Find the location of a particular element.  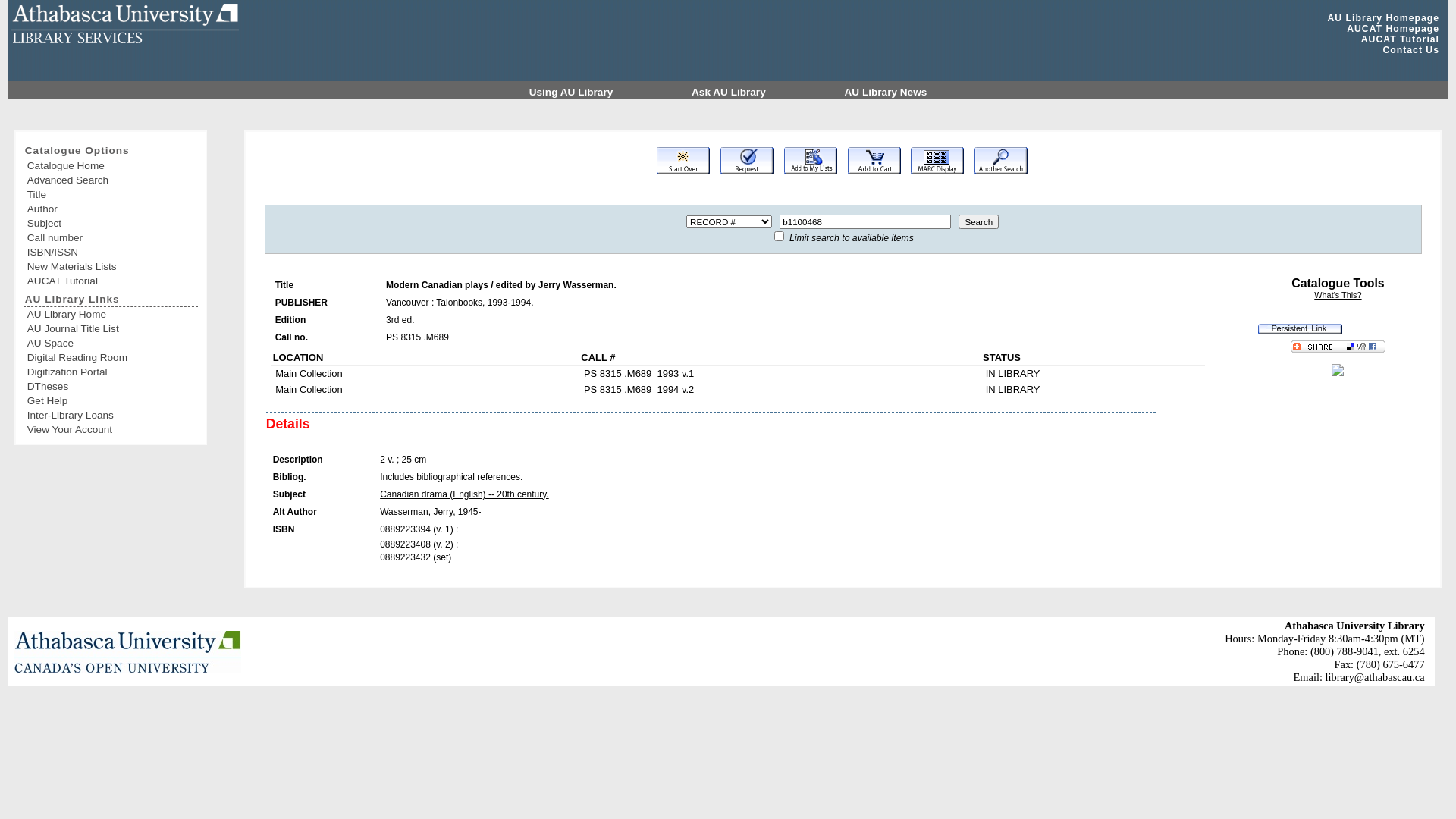

'Ask AU Library' is located at coordinates (730, 92).